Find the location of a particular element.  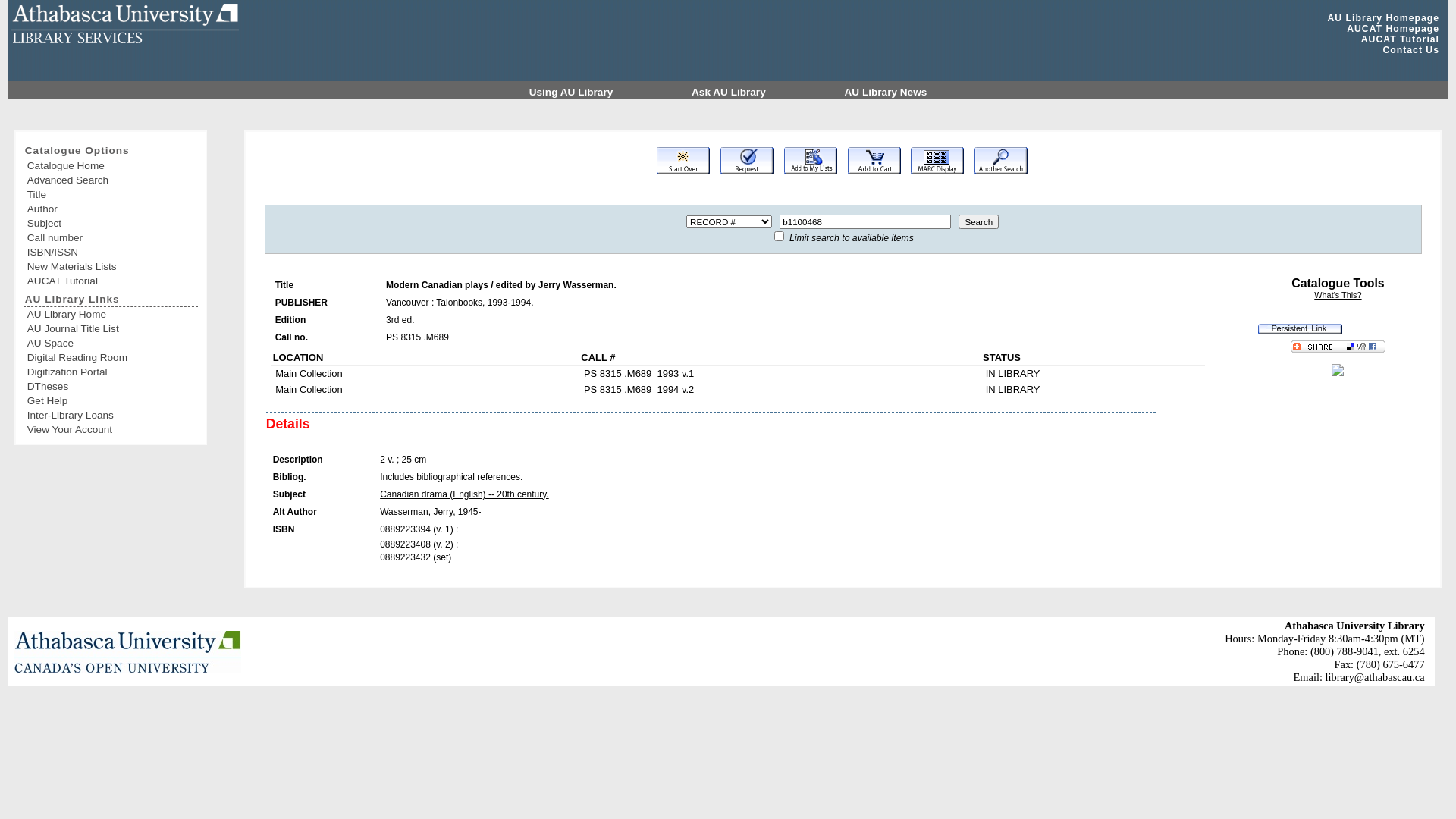

'Ask AU Library' is located at coordinates (730, 92).